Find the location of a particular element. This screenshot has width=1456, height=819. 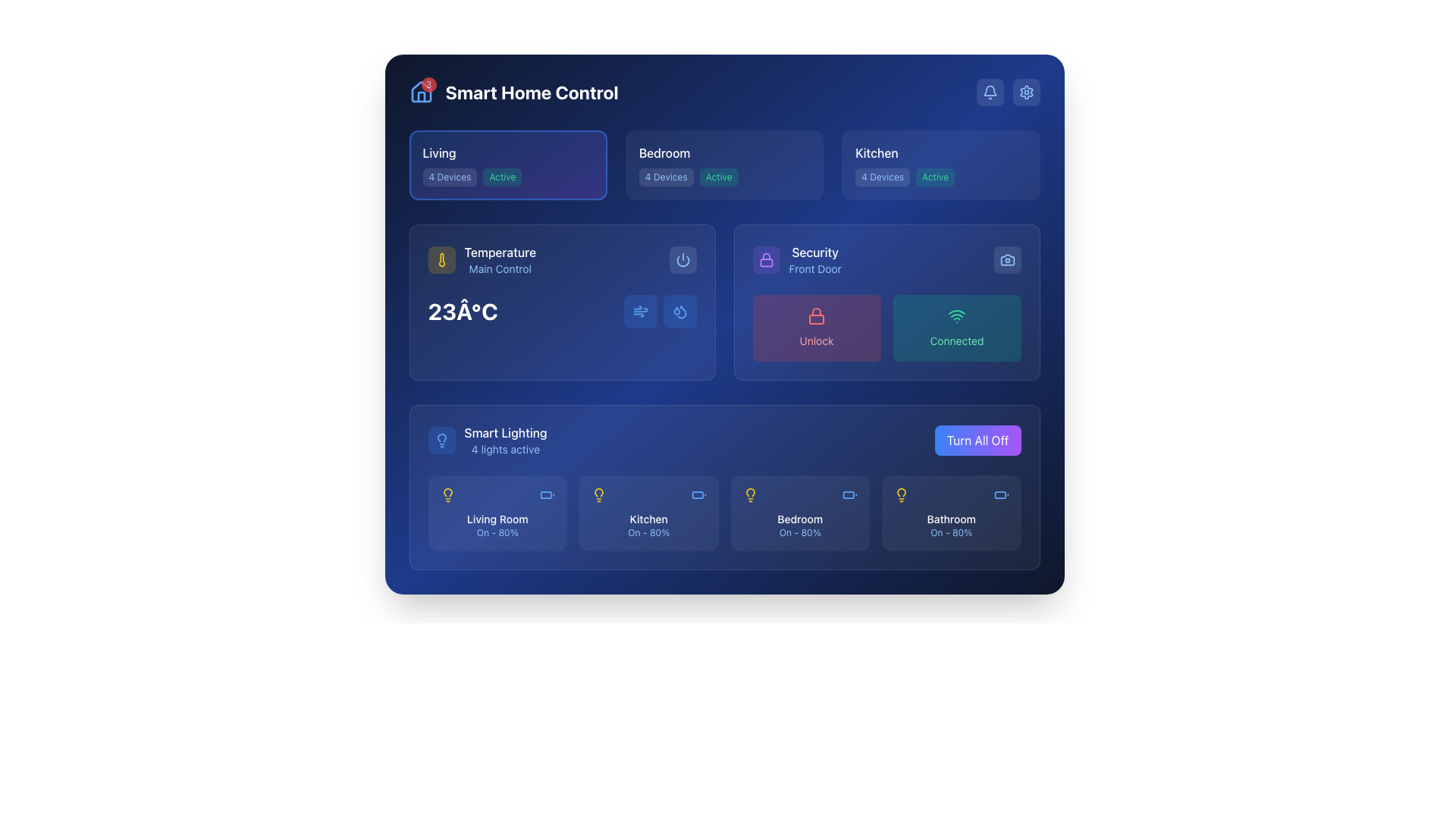

the rectangular-shaped component inside the padlock icon located in the 'Security' section of the UI is located at coordinates (766, 262).